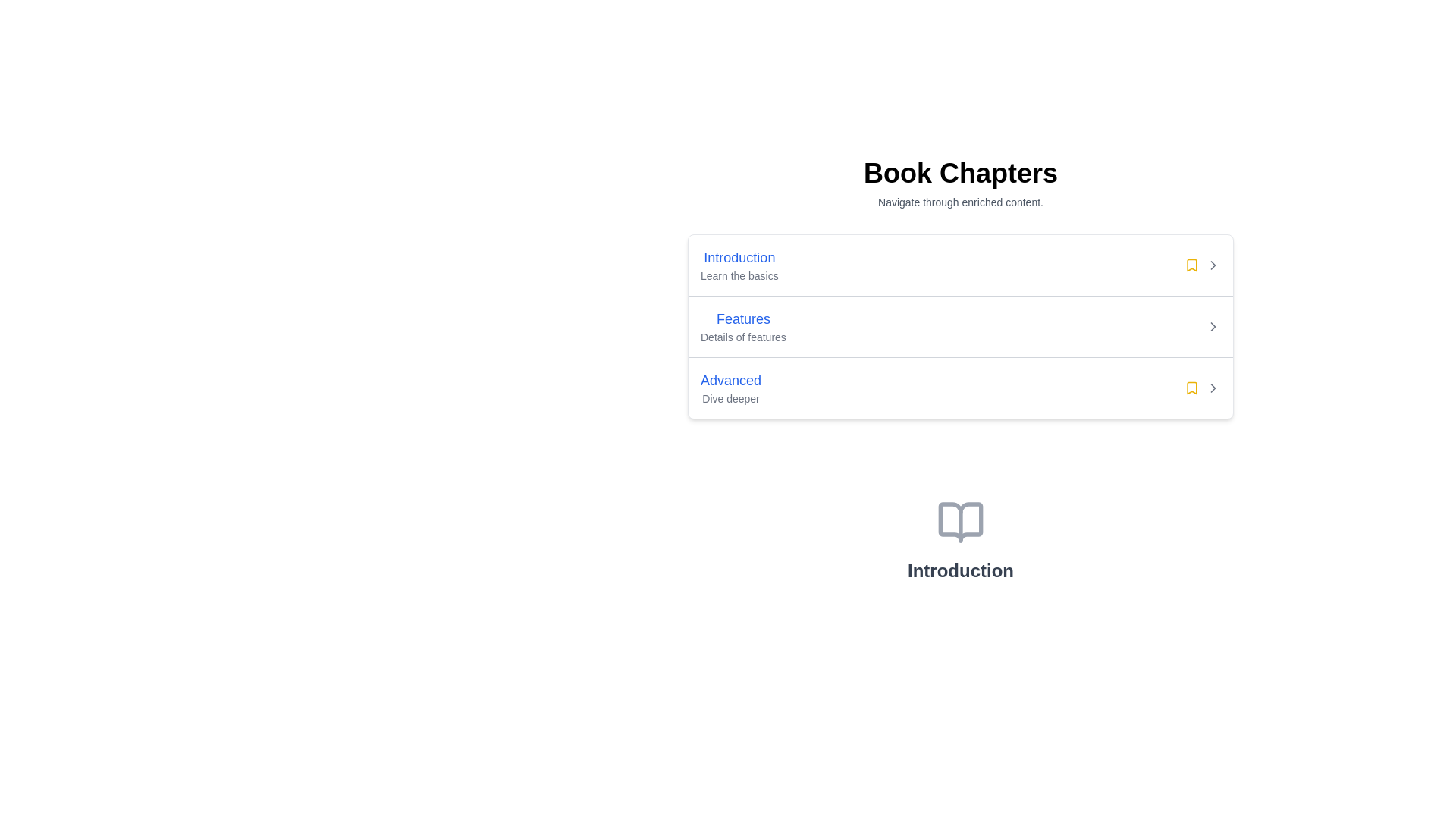  What do you see at coordinates (739, 256) in the screenshot?
I see `the navigational text link that leads to the 'Introduction' section` at bounding box center [739, 256].